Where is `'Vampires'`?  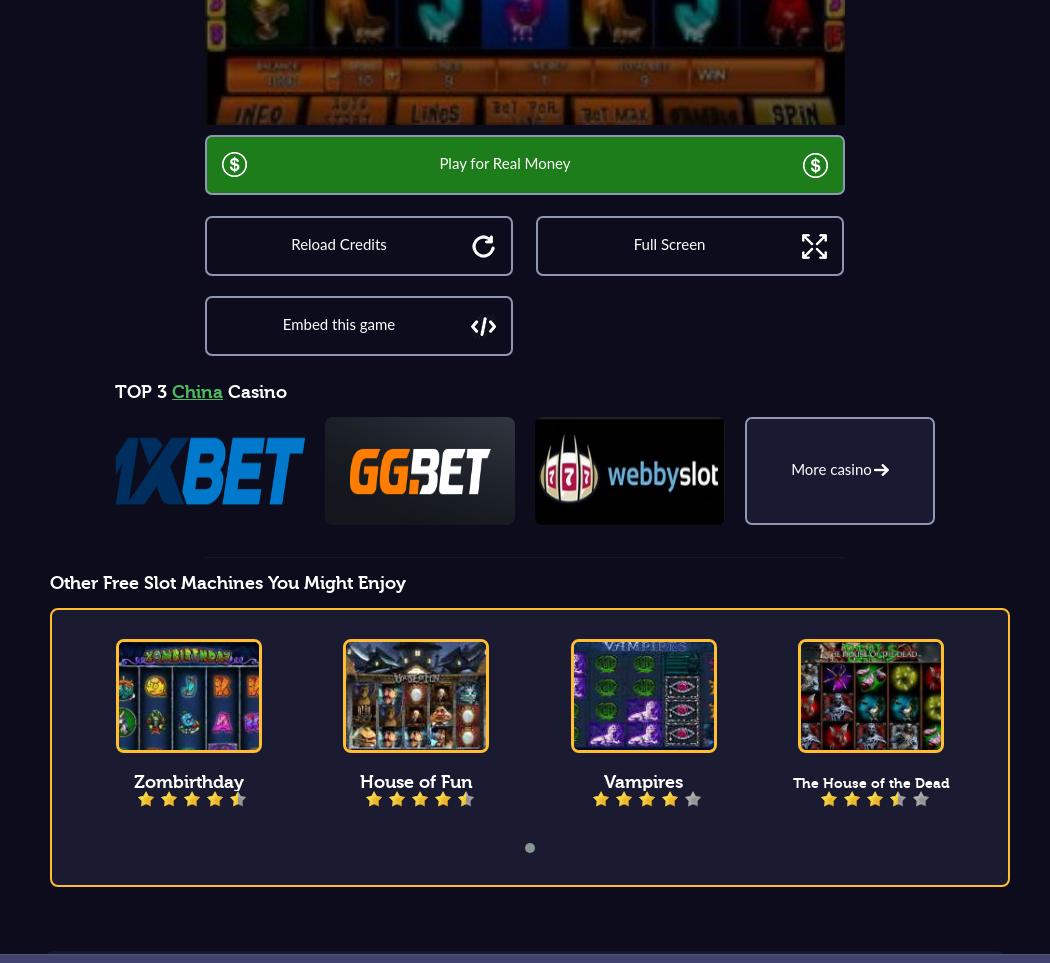
'Vampires' is located at coordinates (642, 782).